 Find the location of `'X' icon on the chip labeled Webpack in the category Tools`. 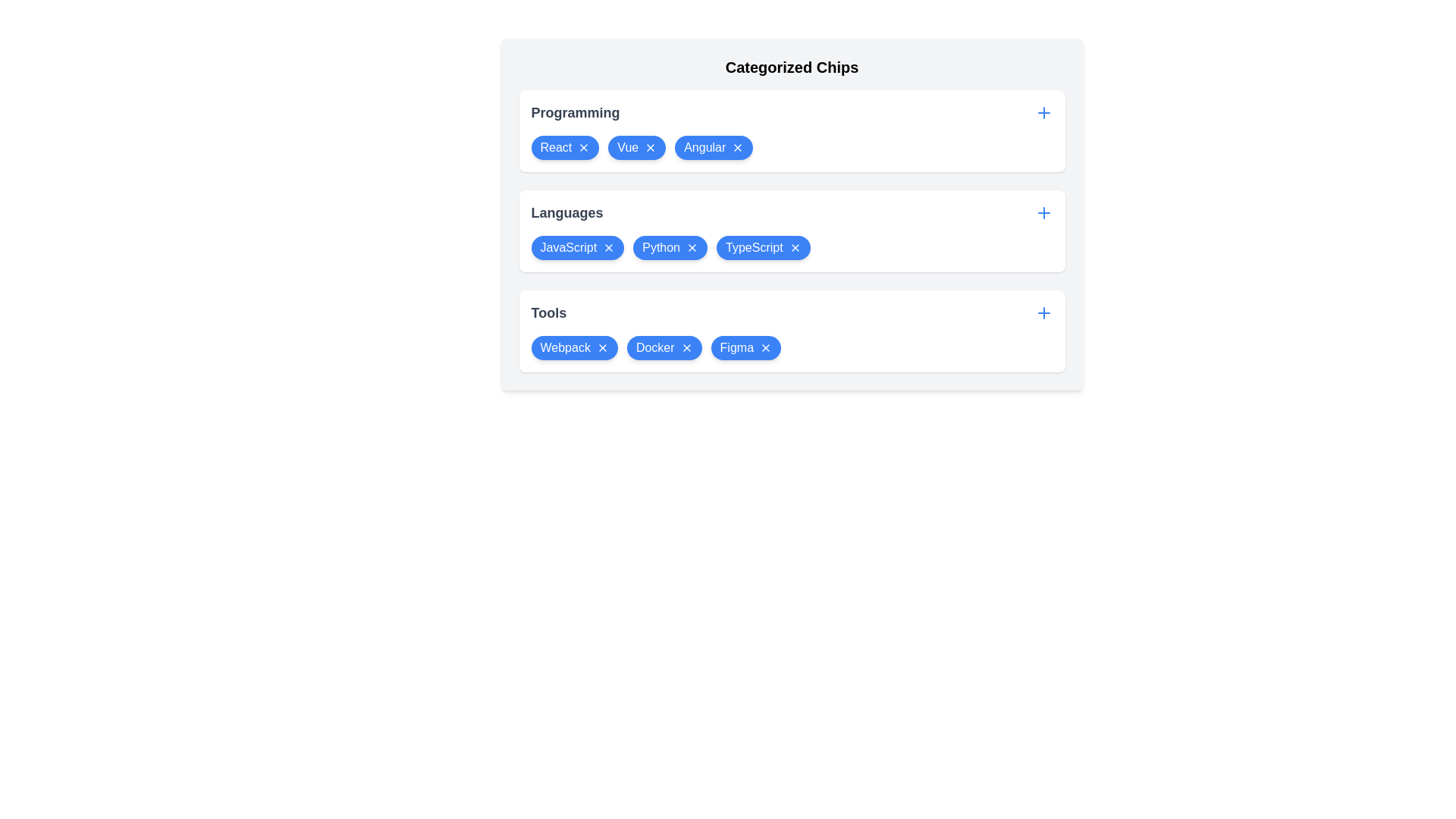

'X' icon on the chip labeled Webpack in the category Tools is located at coordinates (601, 348).